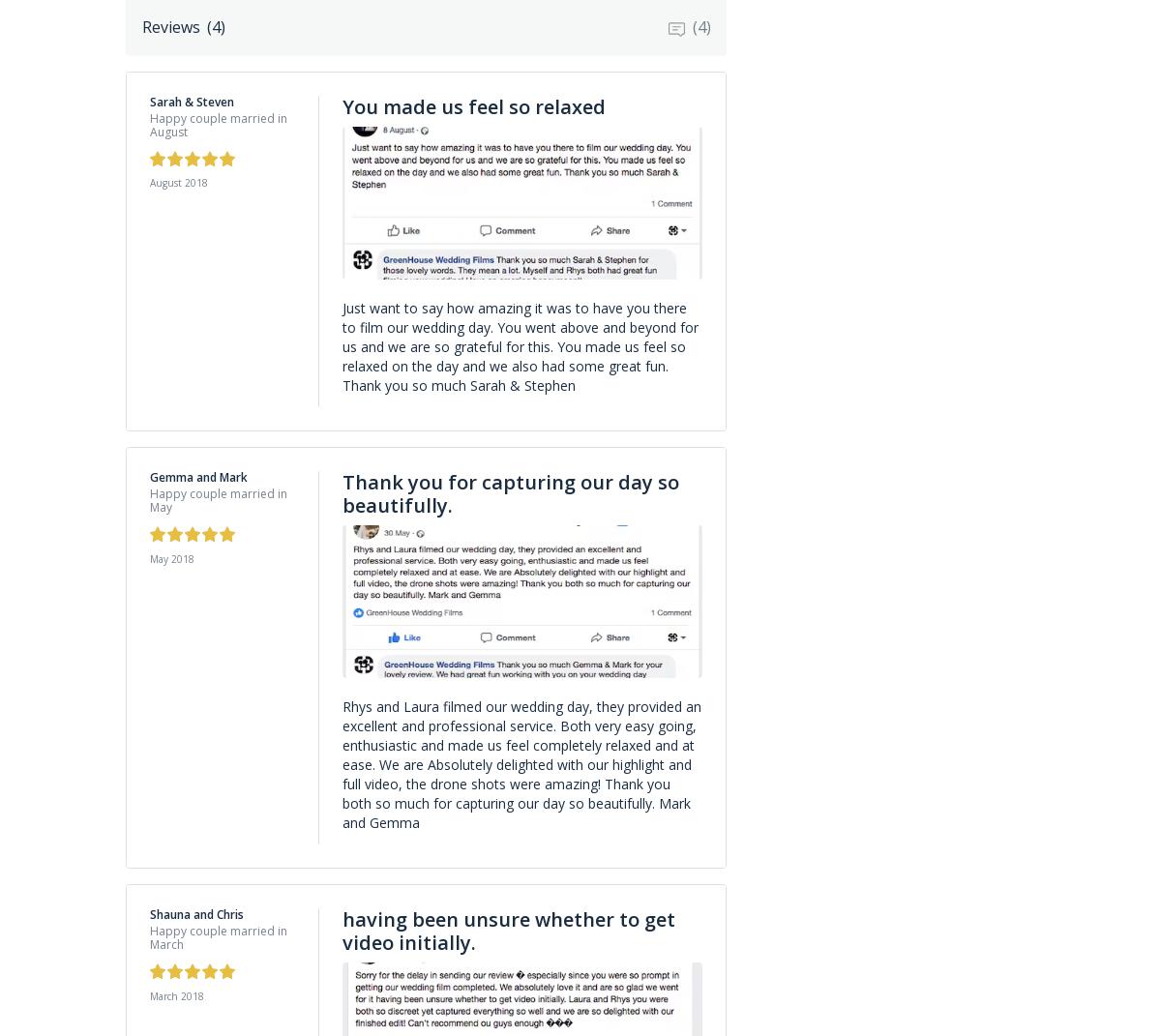 This screenshot has height=1036, width=1161. Describe the element at coordinates (195, 913) in the screenshot. I see `'Shauna and Chris'` at that location.